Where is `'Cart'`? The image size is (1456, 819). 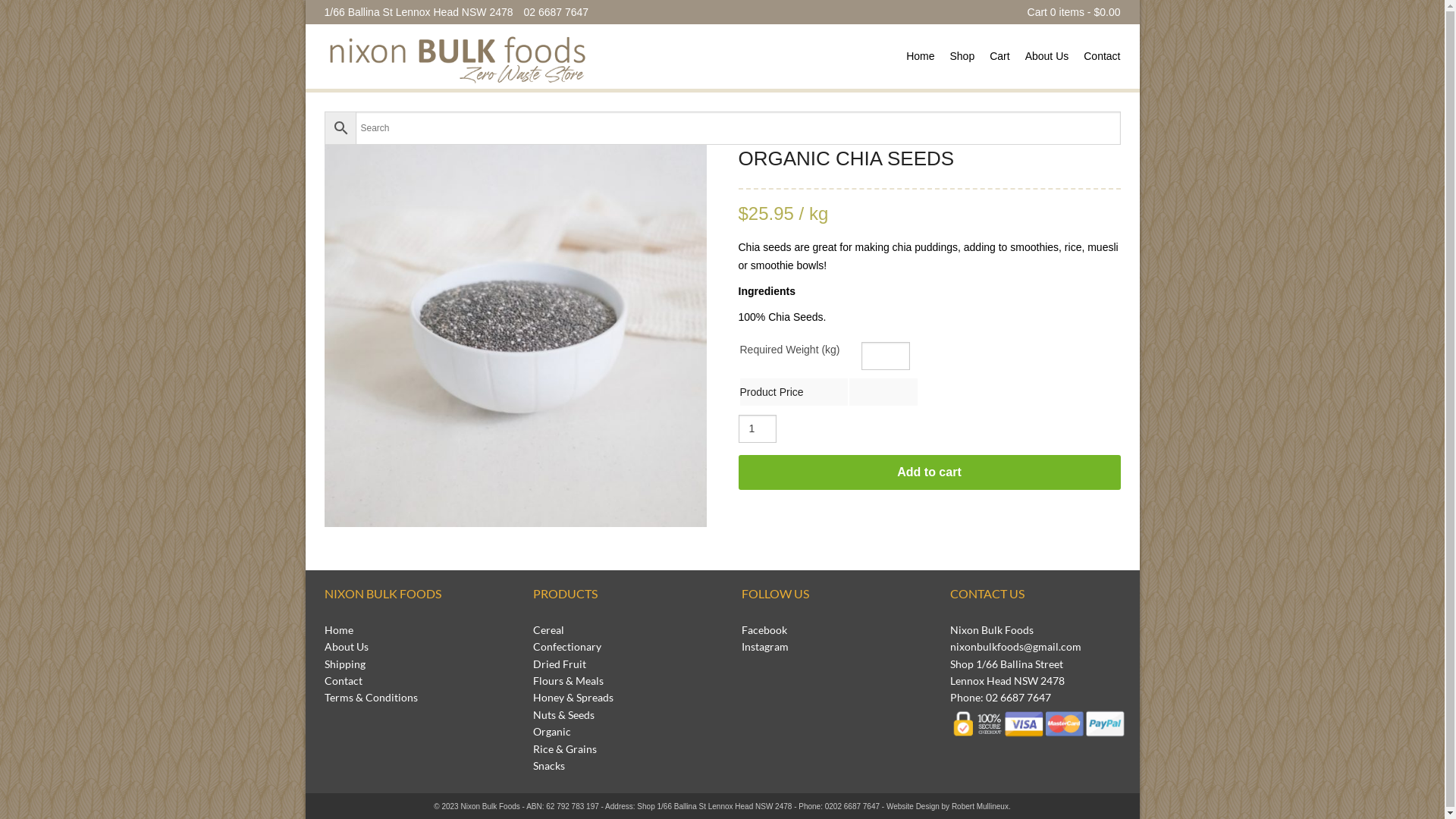 'Cart' is located at coordinates (999, 55).